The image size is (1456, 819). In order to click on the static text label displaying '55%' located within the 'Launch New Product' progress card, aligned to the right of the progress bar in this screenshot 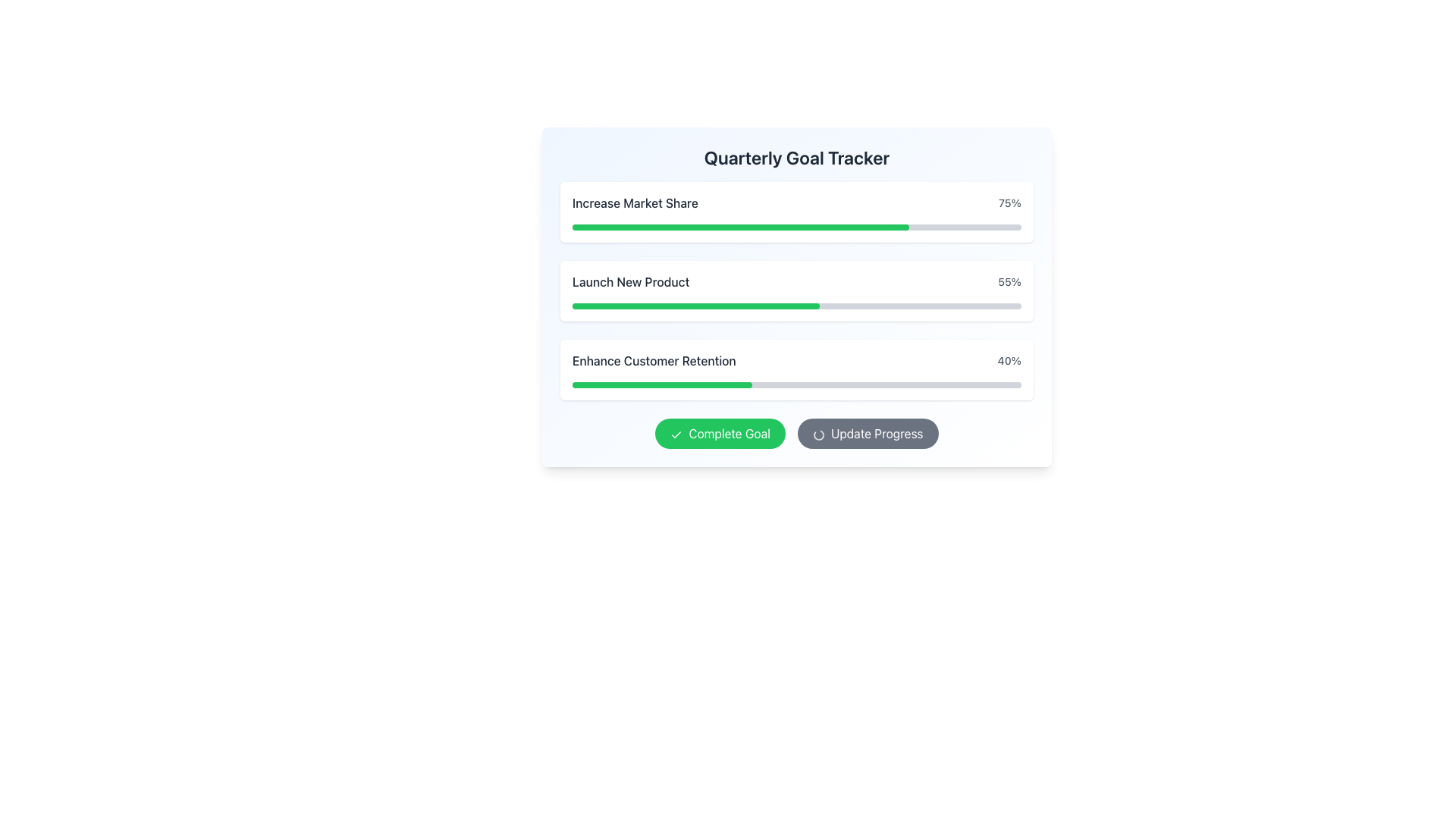, I will do `click(1009, 281)`.